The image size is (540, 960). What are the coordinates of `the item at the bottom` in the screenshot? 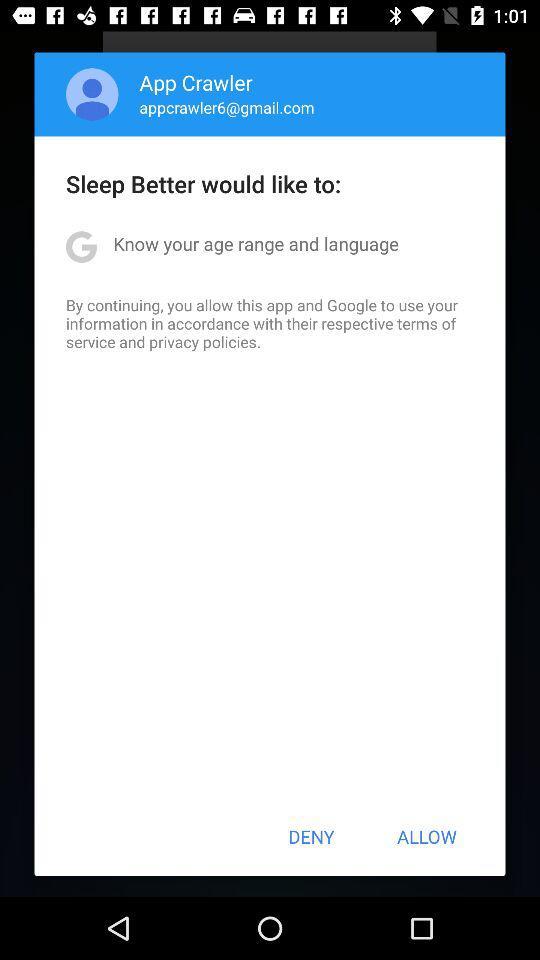 It's located at (311, 836).